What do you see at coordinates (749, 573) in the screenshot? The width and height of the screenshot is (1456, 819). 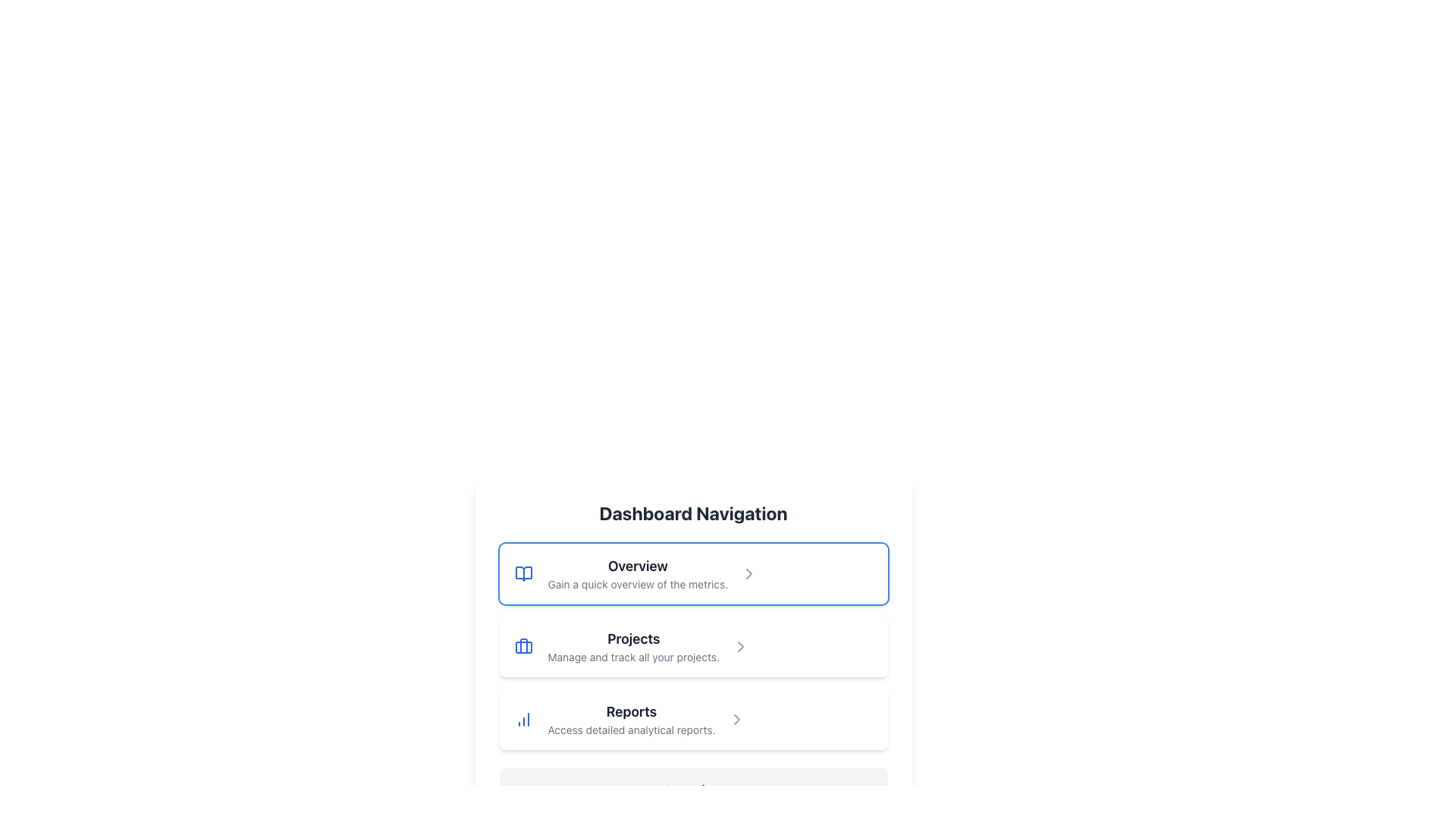 I see `the navigation icon located at the far-right edge of the 'Overview' list item in the Dashboard Navigation menu` at bounding box center [749, 573].